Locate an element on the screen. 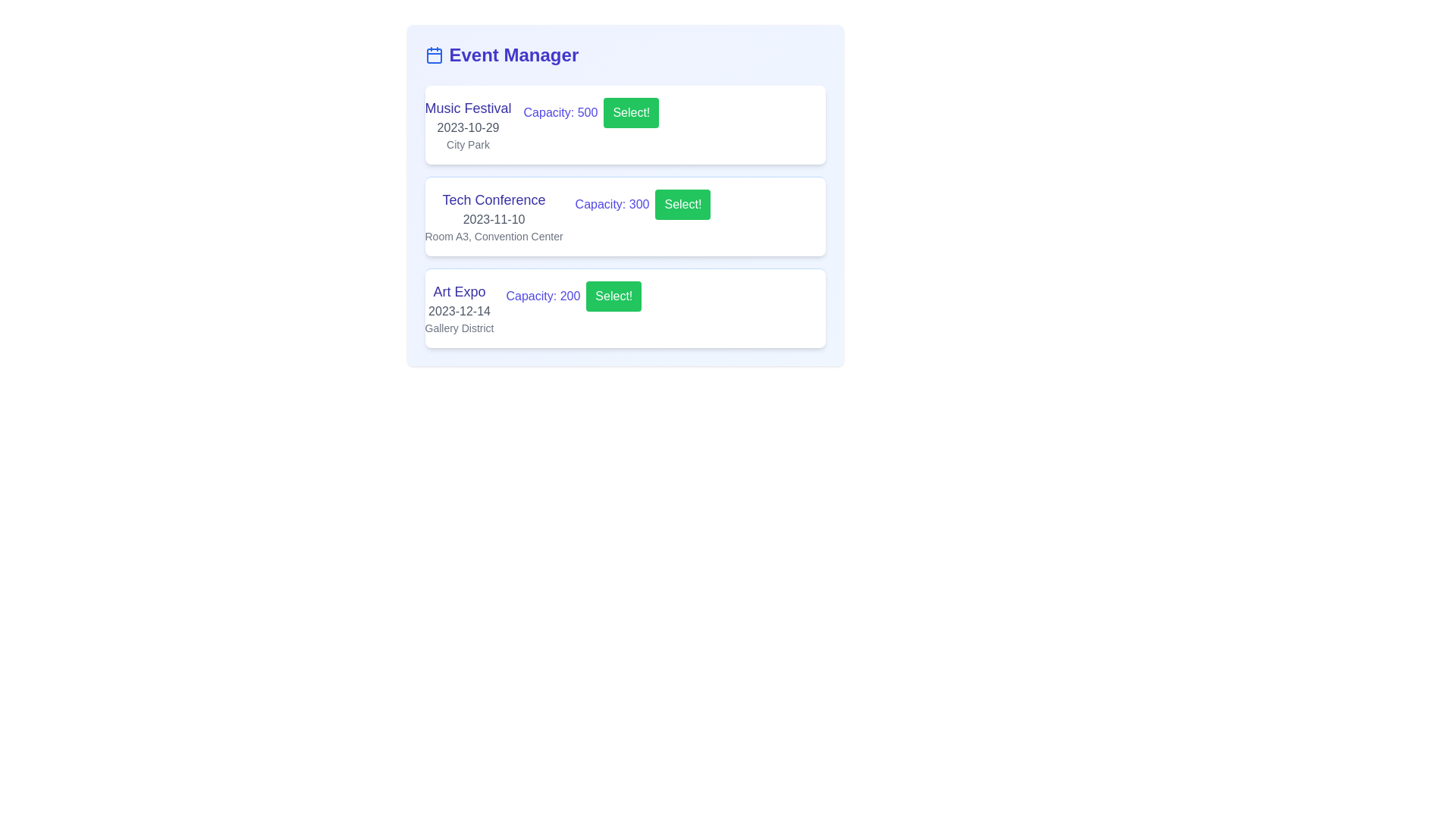  text displayed in the label that shows 'Art Expo' in large indigo font, located in the third event block above the date and location details is located at coordinates (458, 292).